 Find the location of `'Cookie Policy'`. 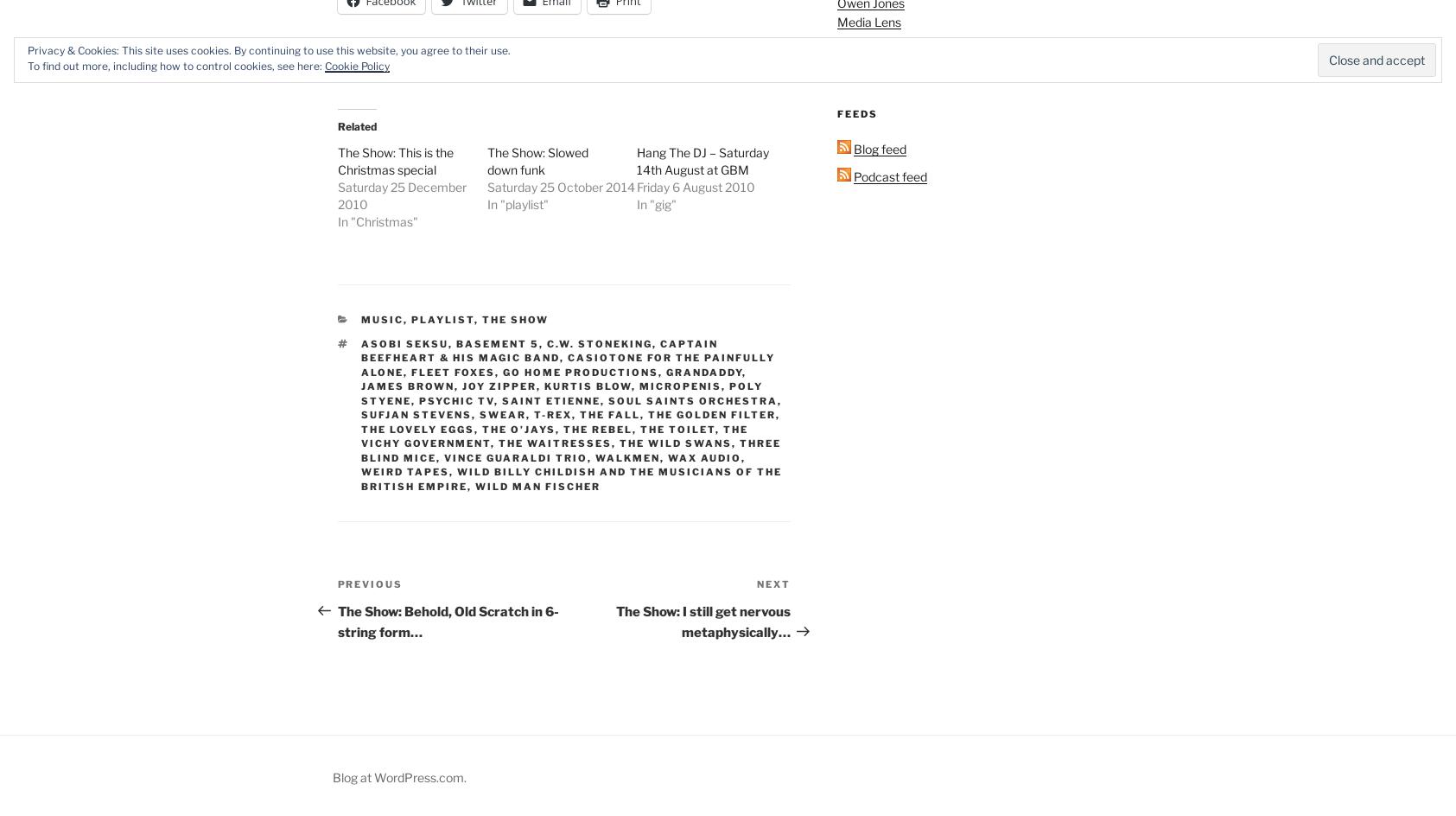

'Cookie Policy' is located at coordinates (356, 65).